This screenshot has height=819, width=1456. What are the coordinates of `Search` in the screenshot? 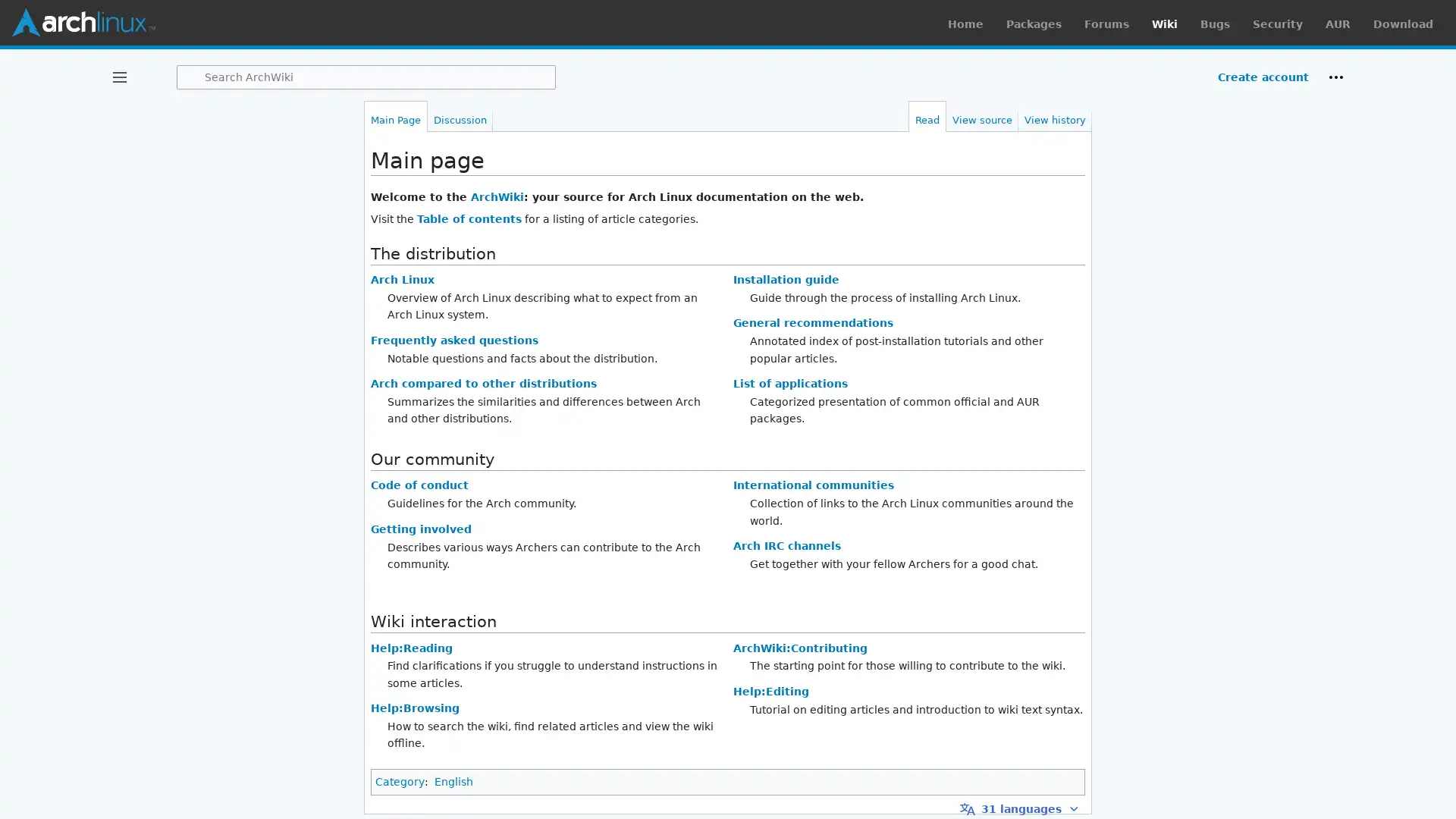 It's located at (190, 77).